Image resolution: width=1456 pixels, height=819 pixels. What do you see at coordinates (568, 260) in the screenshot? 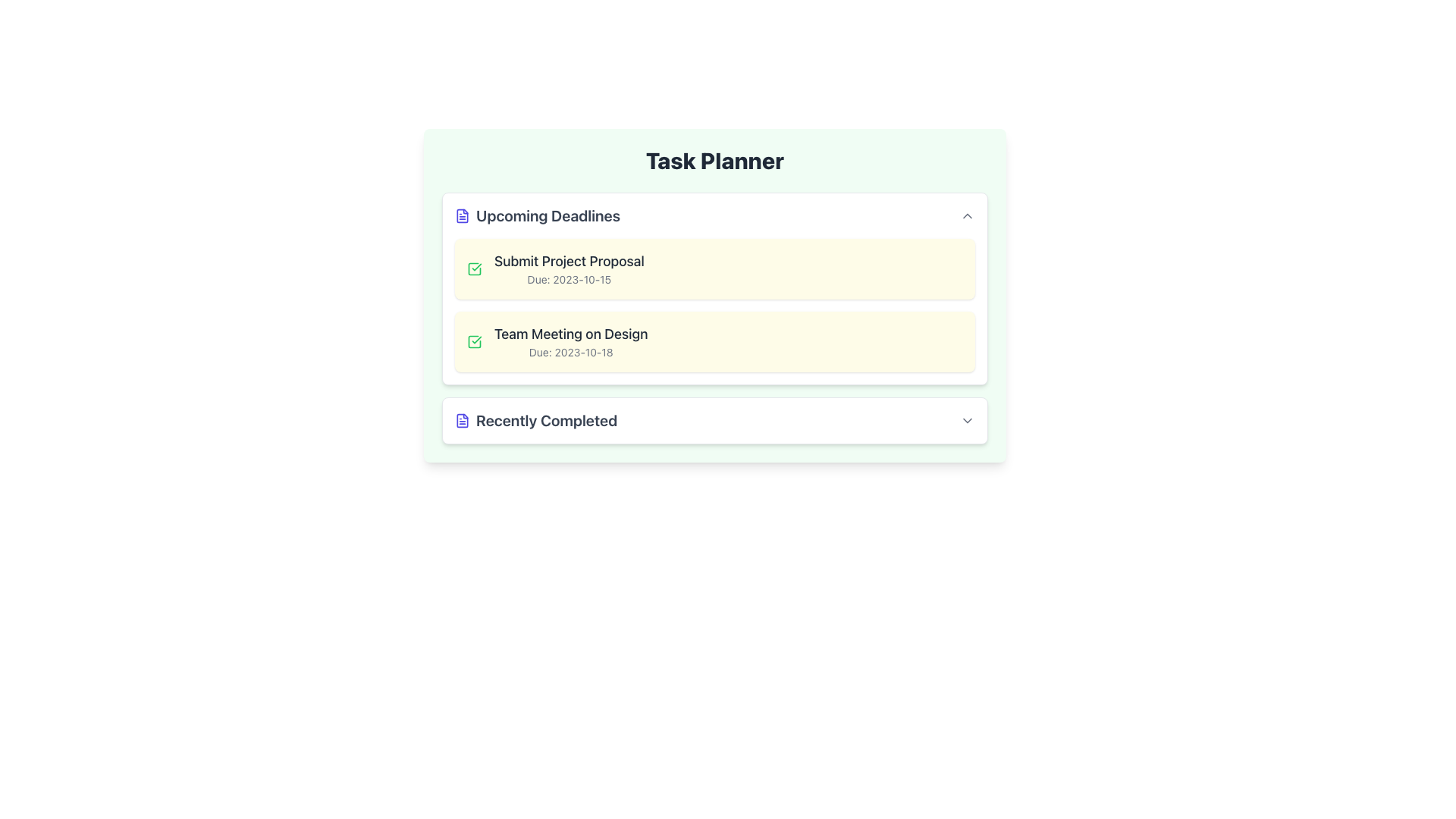
I see `the bold and large text label reading 'Submit Project Proposal' that is prominently styled in dark gray and located above the deadline text in the 'Upcoming Deadlines' section` at bounding box center [568, 260].